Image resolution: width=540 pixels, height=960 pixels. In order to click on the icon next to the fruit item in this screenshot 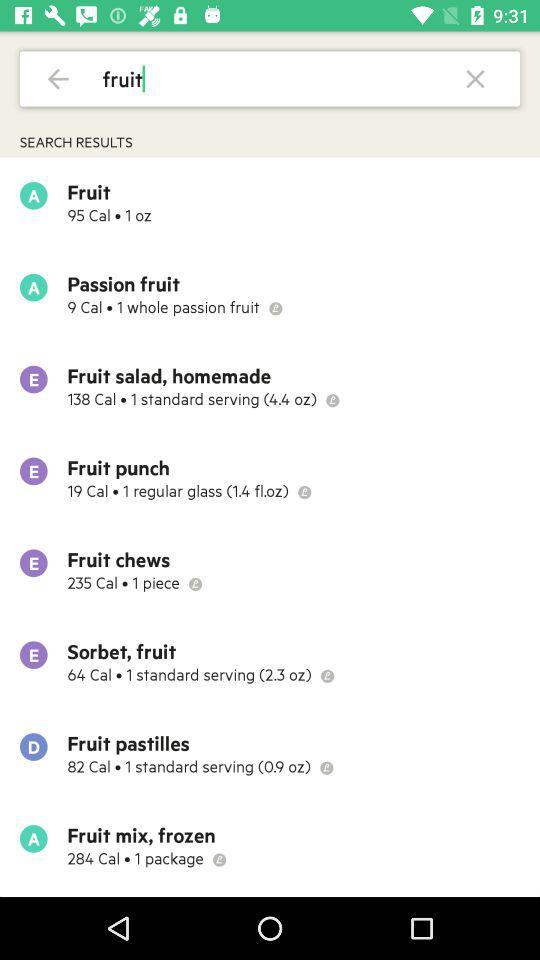, I will do `click(474, 78)`.